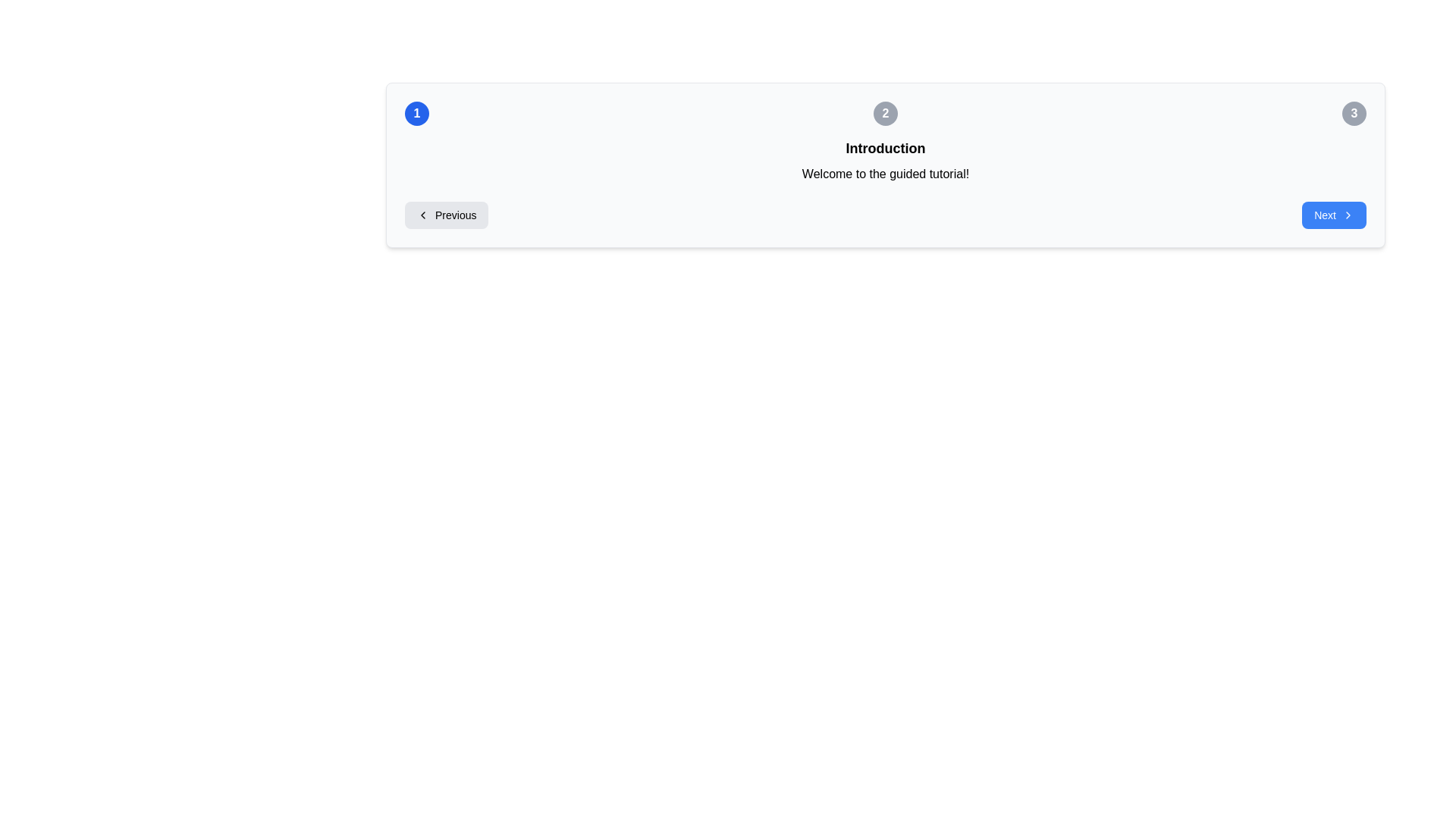 The width and height of the screenshot is (1456, 819). Describe the element at coordinates (1333, 215) in the screenshot. I see `the 'Next' button, which is a rectangular button with a blue background, rounded corners, and white text, located at the bottom-right corner of the layout` at that location.